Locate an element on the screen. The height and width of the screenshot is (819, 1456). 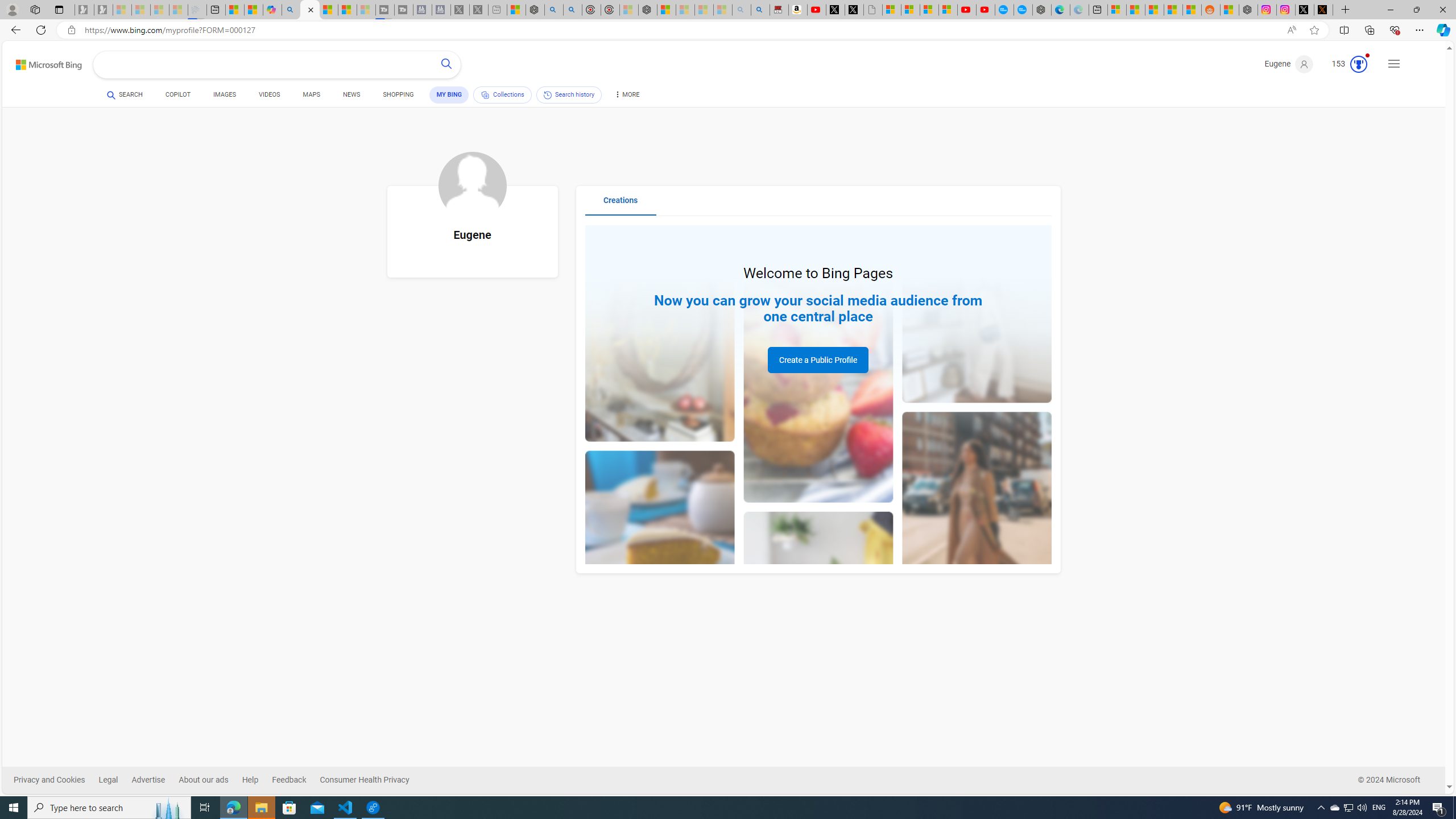
'VIDEOS' is located at coordinates (268, 96).